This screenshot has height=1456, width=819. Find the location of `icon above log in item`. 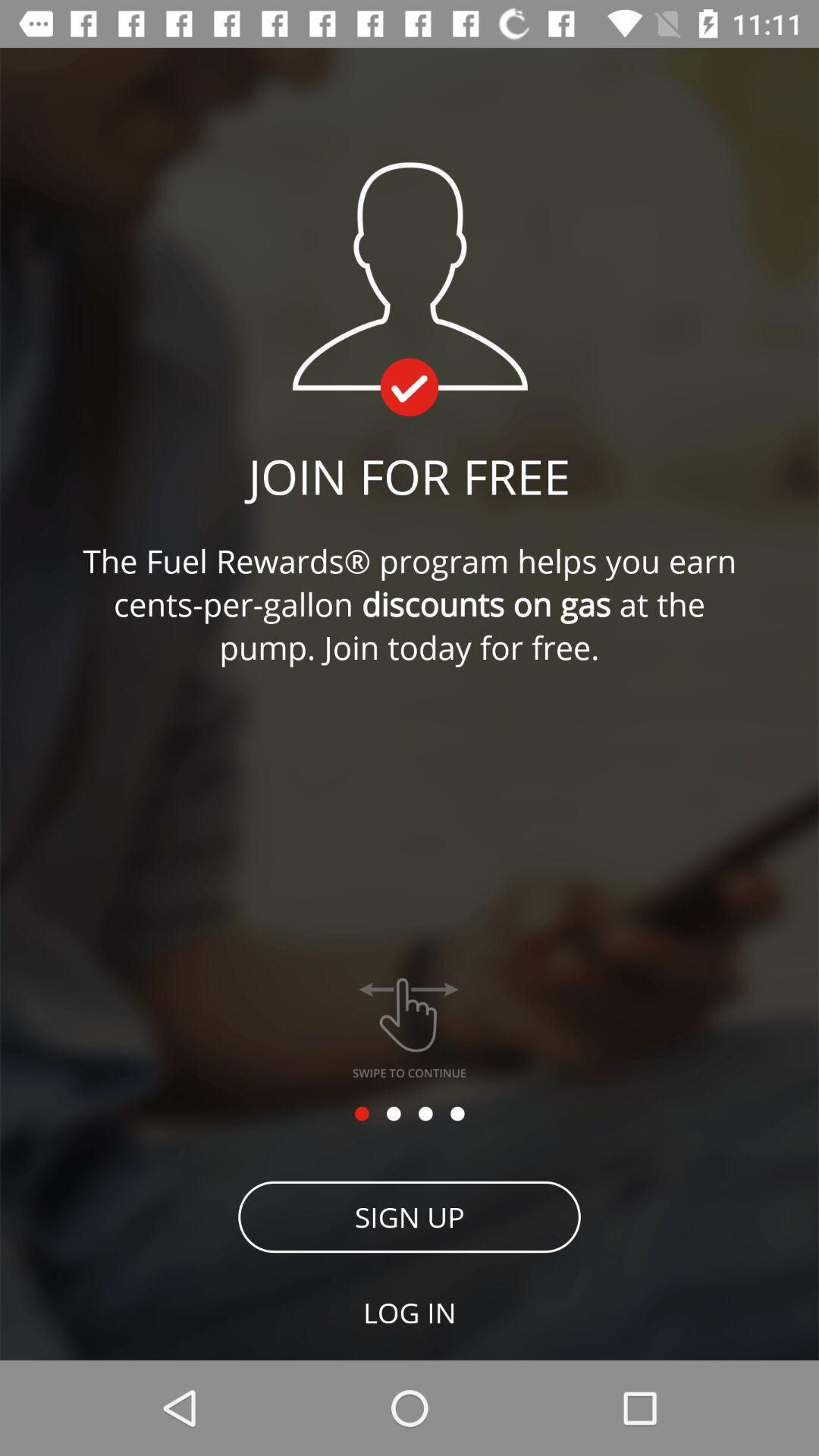

icon above log in item is located at coordinates (409, 1216).